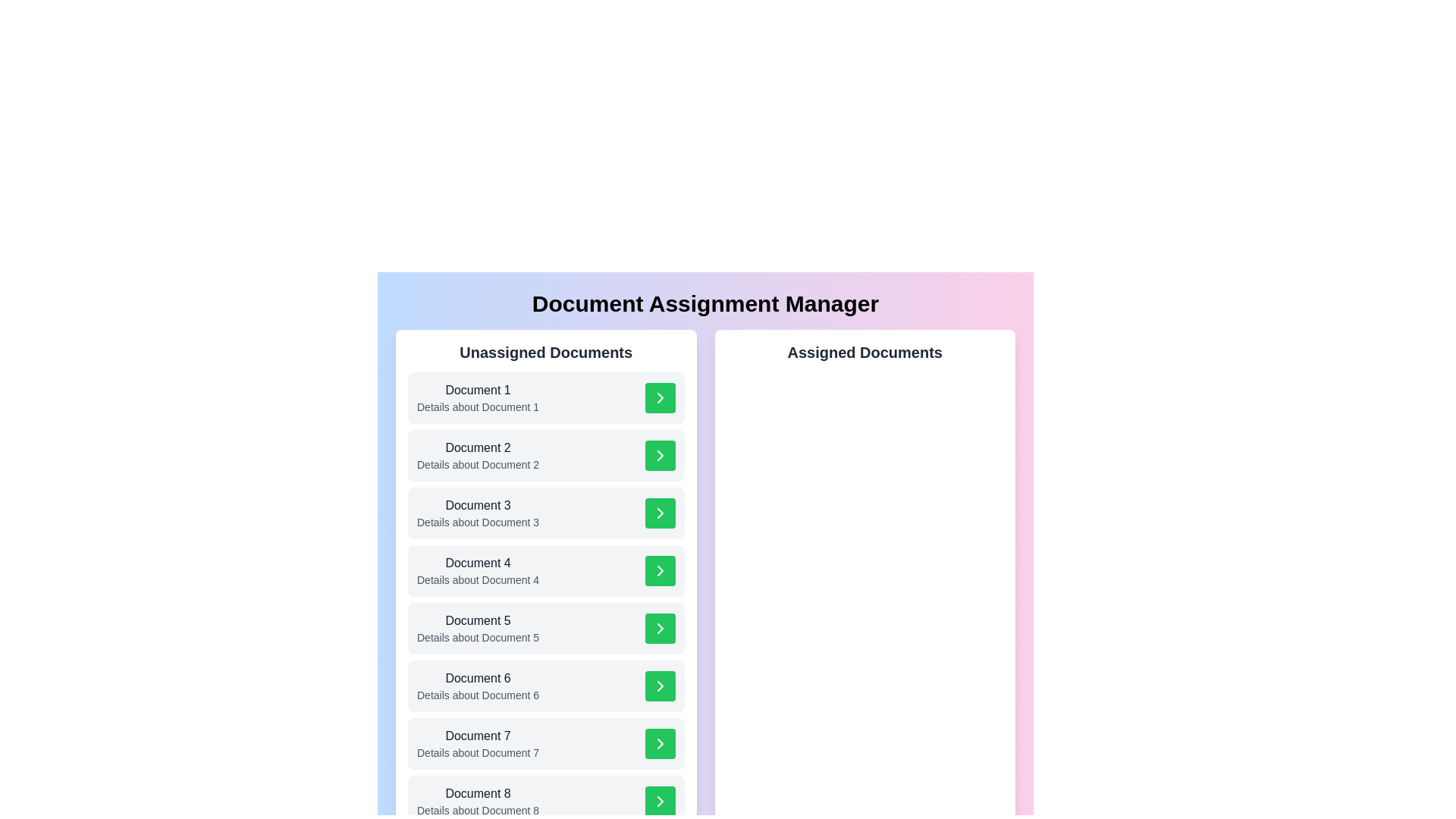 Image resolution: width=1456 pixels, height=819 pixels. What do you see at coordinates (660, 570) in the screenshot?
I see `the right-pointing chevron icon button in the 'Unassigned Documents' section for 'Document 4'` at bounding box center [660, 570].